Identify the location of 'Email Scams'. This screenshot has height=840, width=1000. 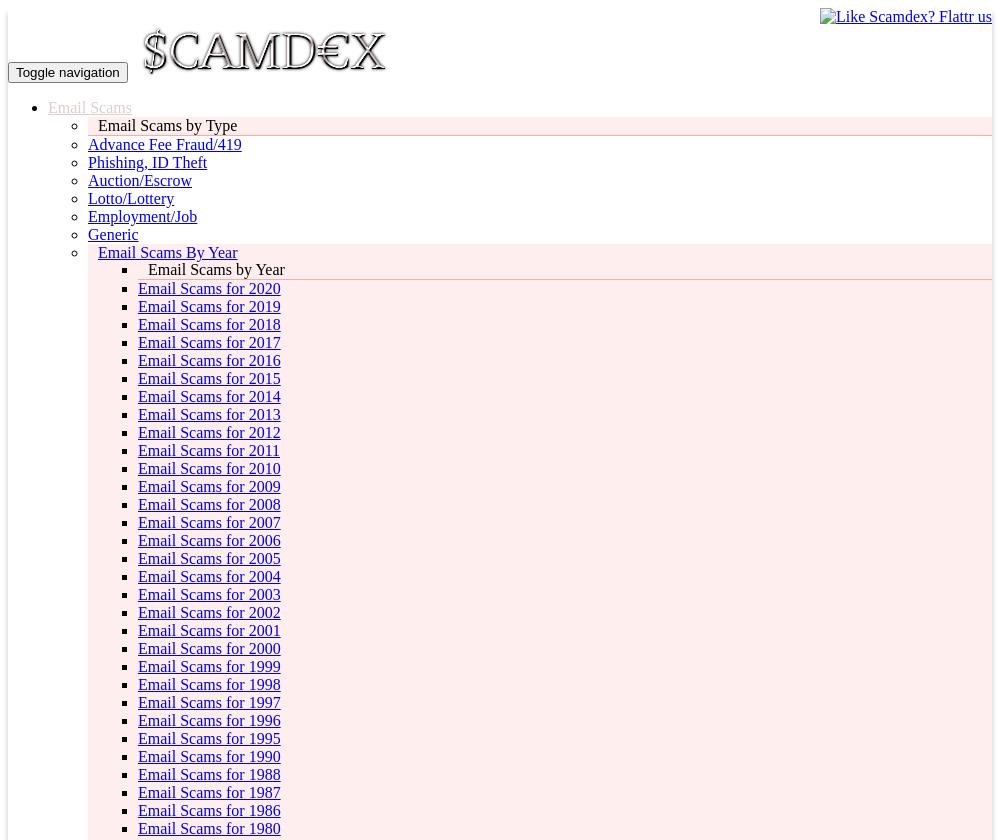
(88, 107).